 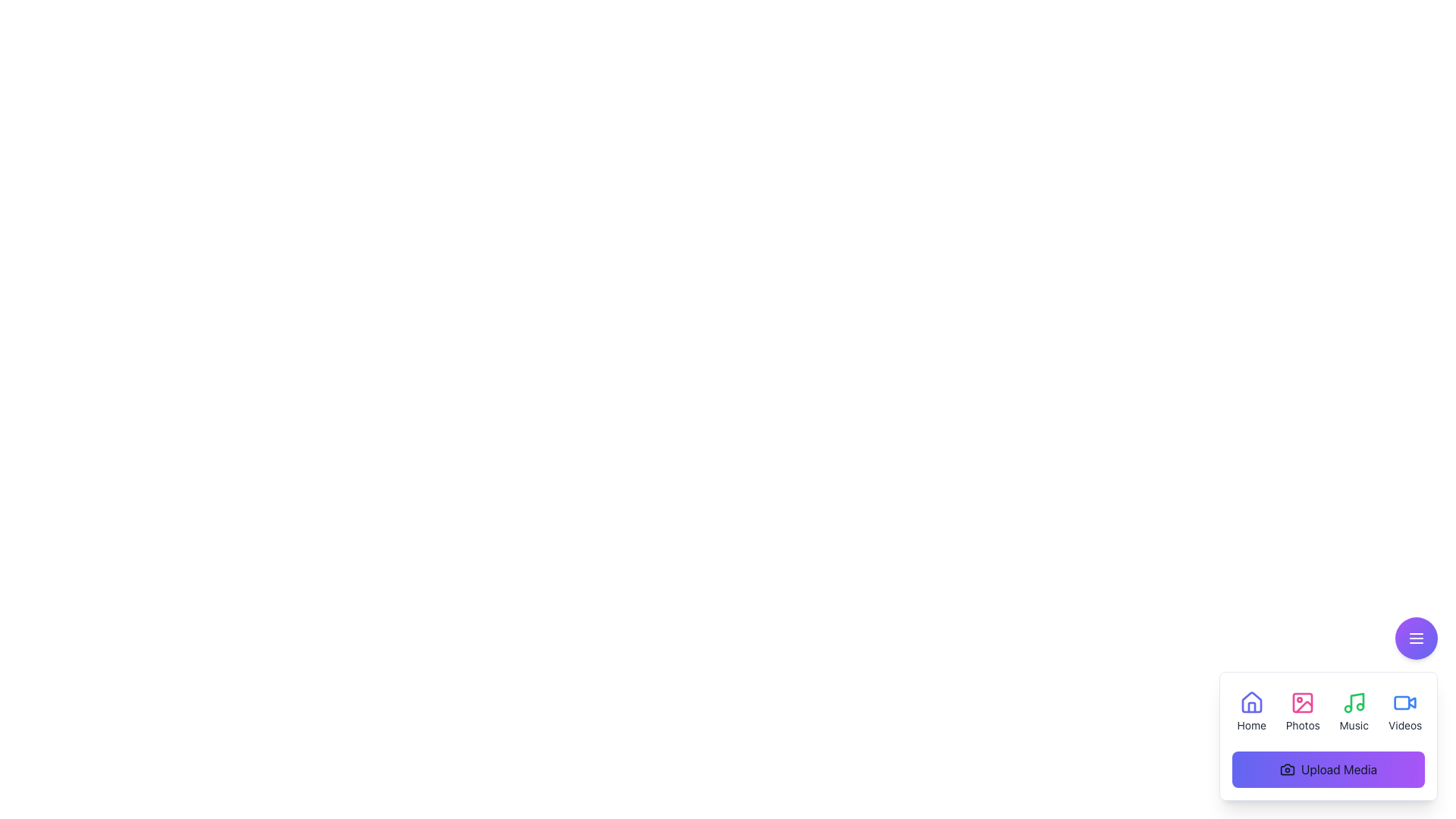 What do you see at coordinates (1302, 702) in the screenshot?
I see `the SVG rectangle representing a part of the image icon located in the lower right corner of the interface, adjacent to the 'Photos' tab` at bounding box center [1302, 702].